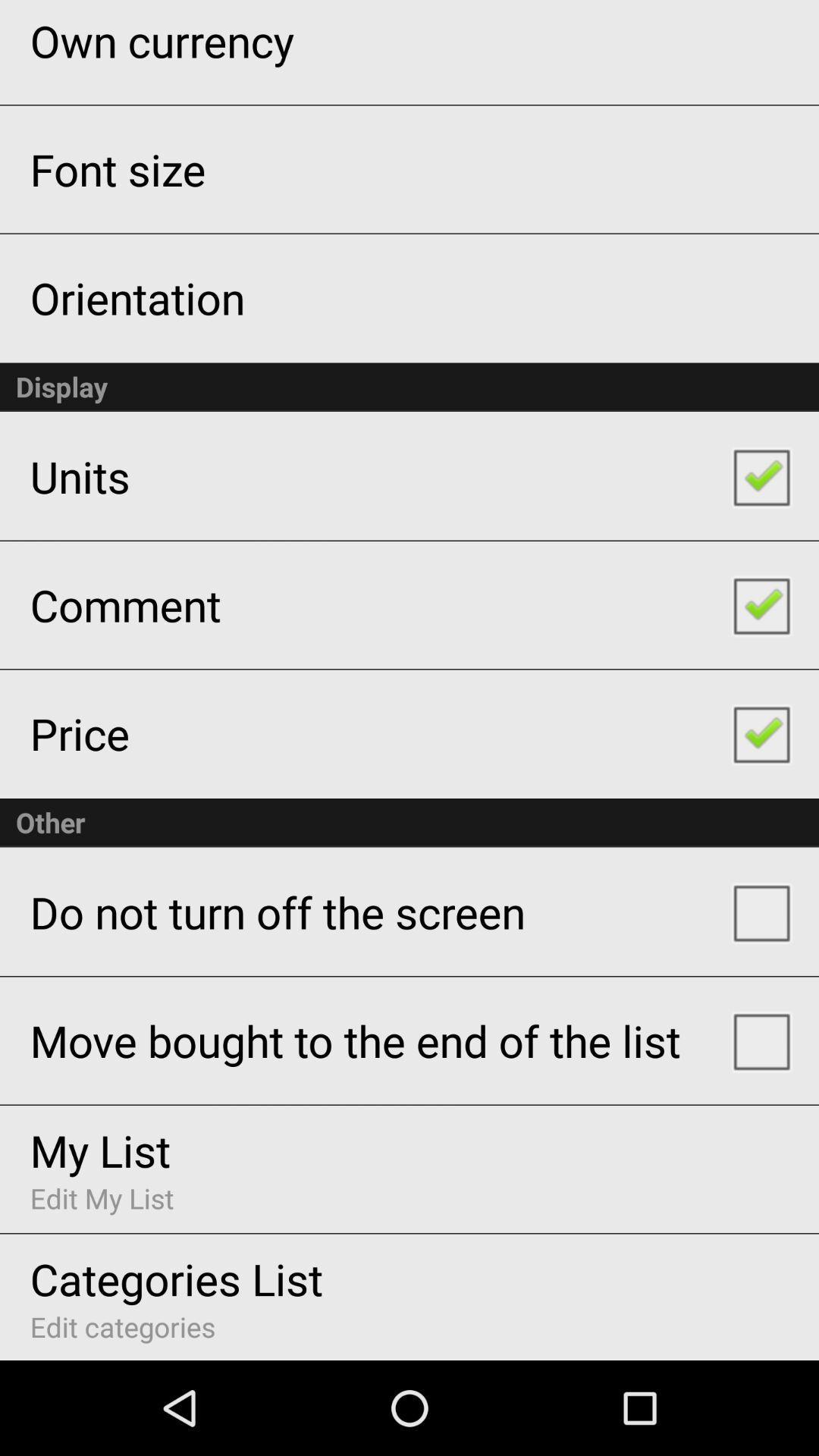 The image size is (819, 1456). I want to click on units icon, so click(80, 475).